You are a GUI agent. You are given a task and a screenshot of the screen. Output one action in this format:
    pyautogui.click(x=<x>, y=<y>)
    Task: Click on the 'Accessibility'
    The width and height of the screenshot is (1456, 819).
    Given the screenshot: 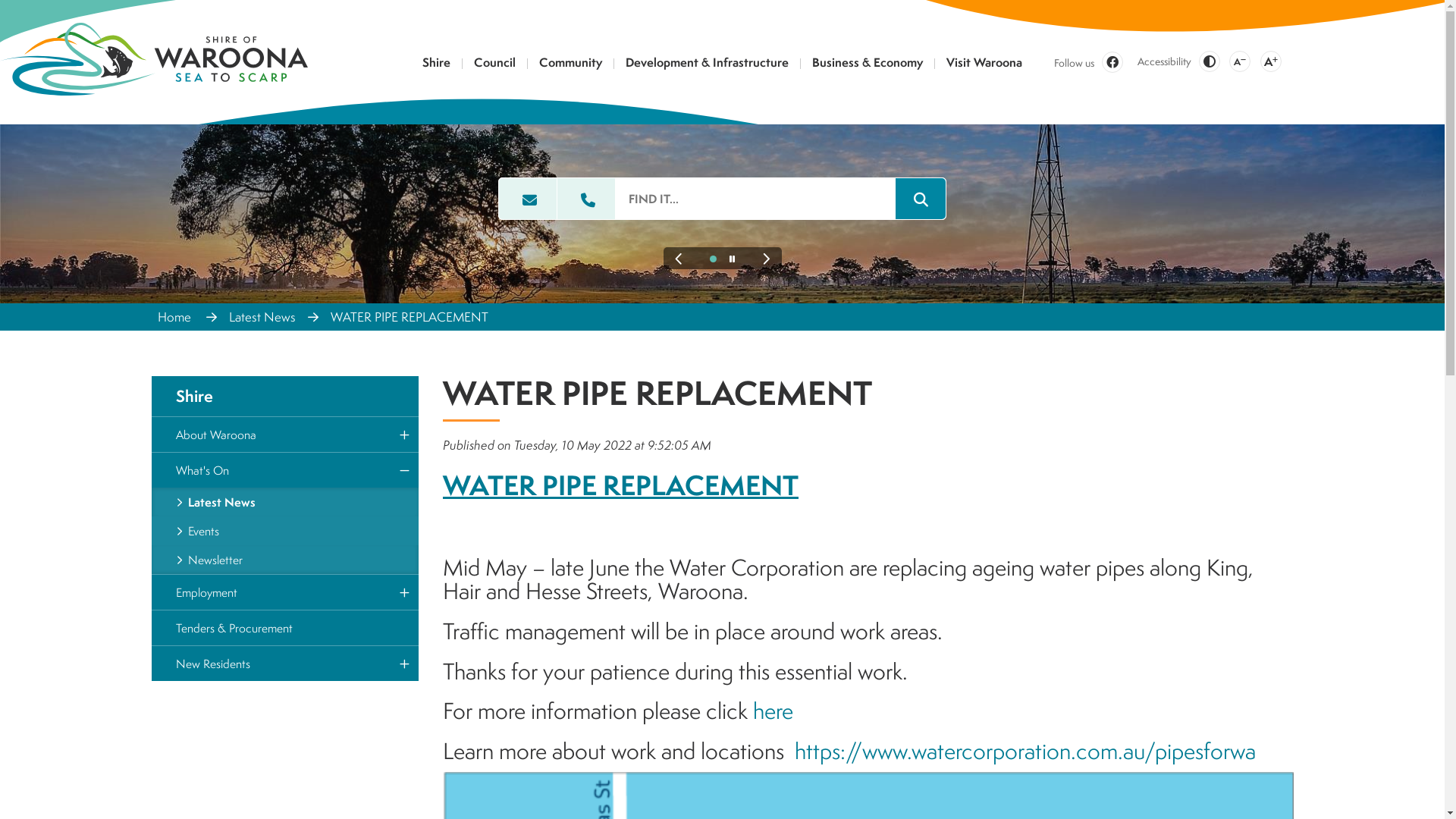 What is the action you would take?
    pyautogui.click(x=1163, y=61)
    